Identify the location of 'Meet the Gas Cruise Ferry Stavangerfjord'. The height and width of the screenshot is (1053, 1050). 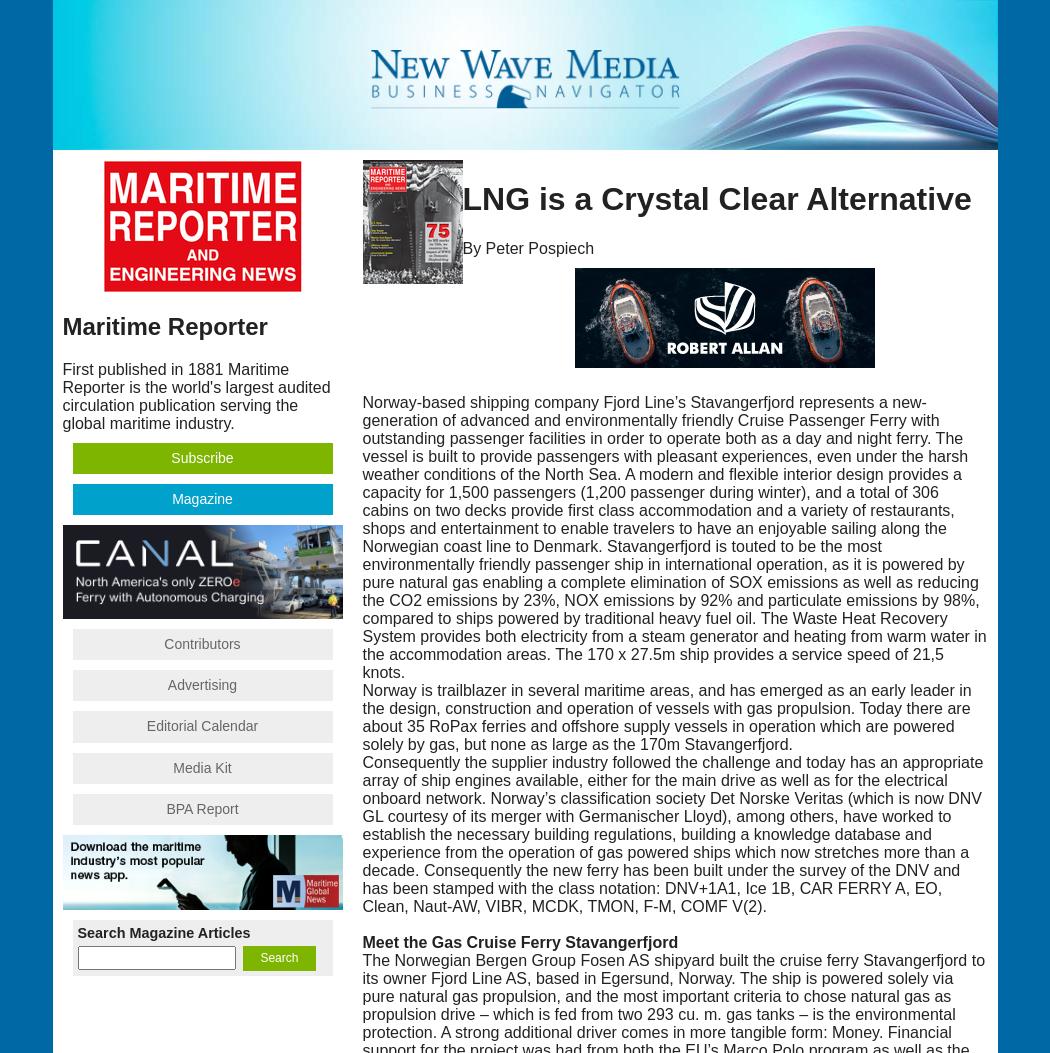
(518, 940).